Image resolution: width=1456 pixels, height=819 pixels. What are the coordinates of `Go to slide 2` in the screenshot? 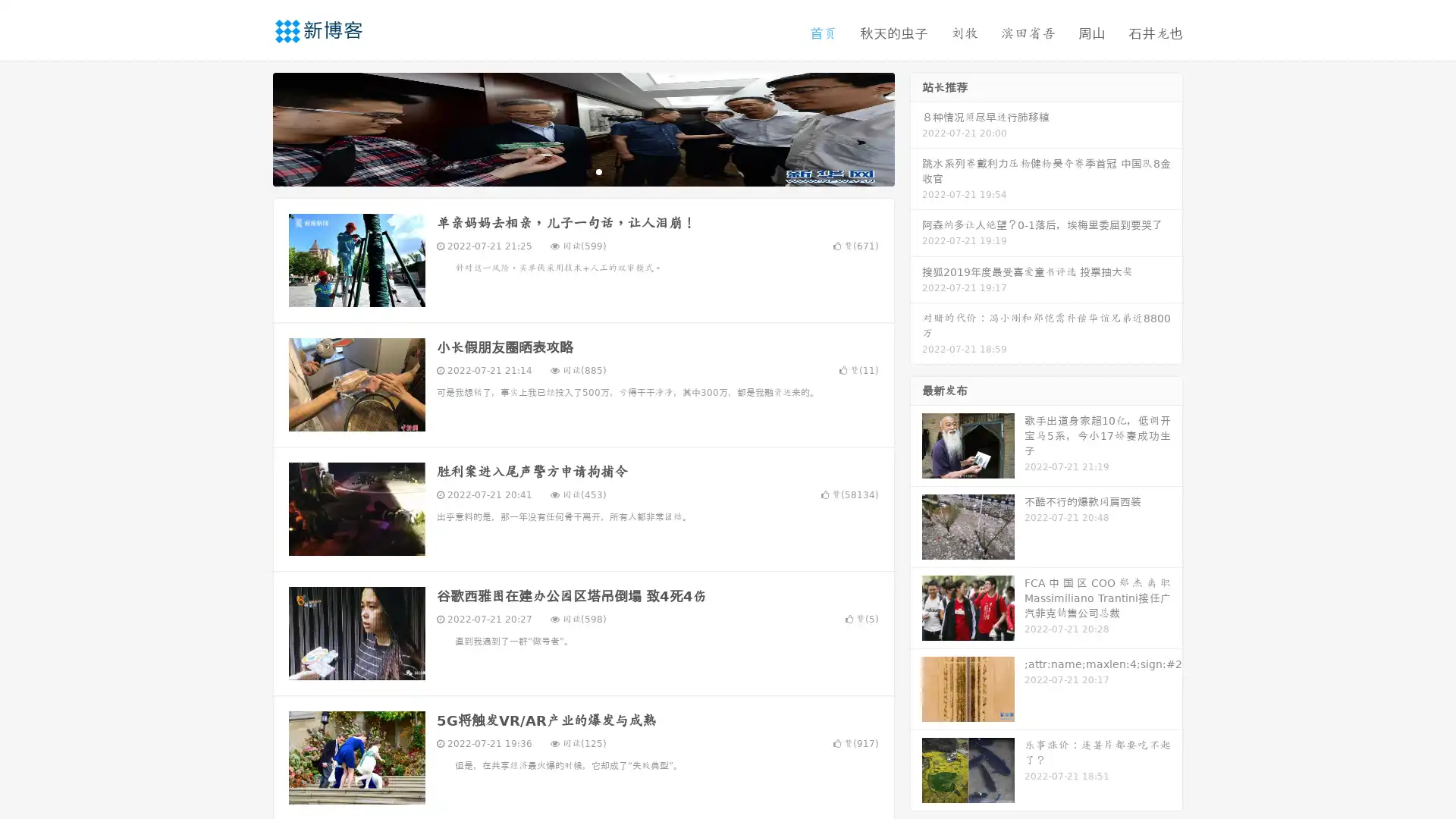 It's located at (582, 171).